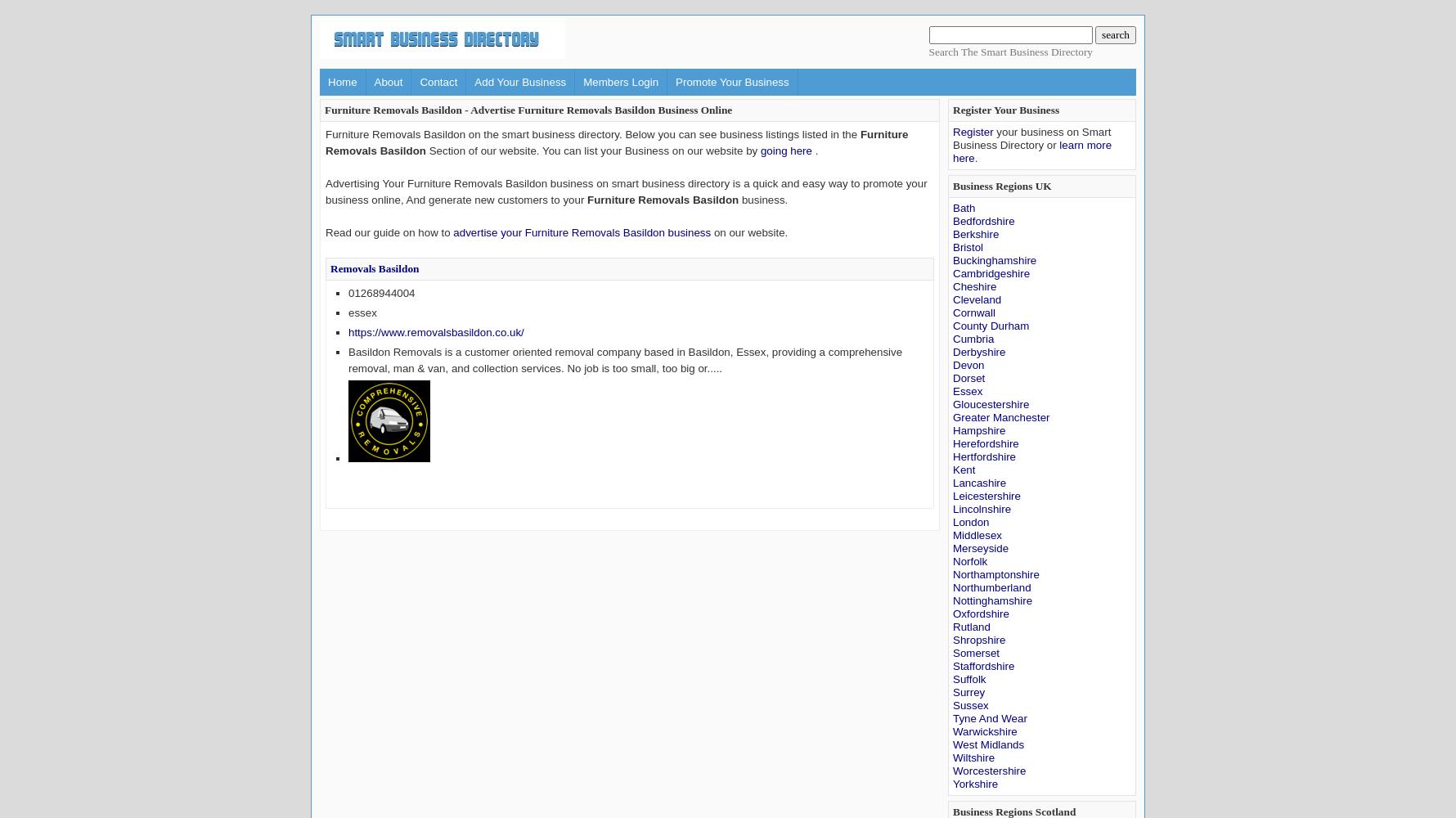  I want to click on 'Wiltshire', so click(952, 757).